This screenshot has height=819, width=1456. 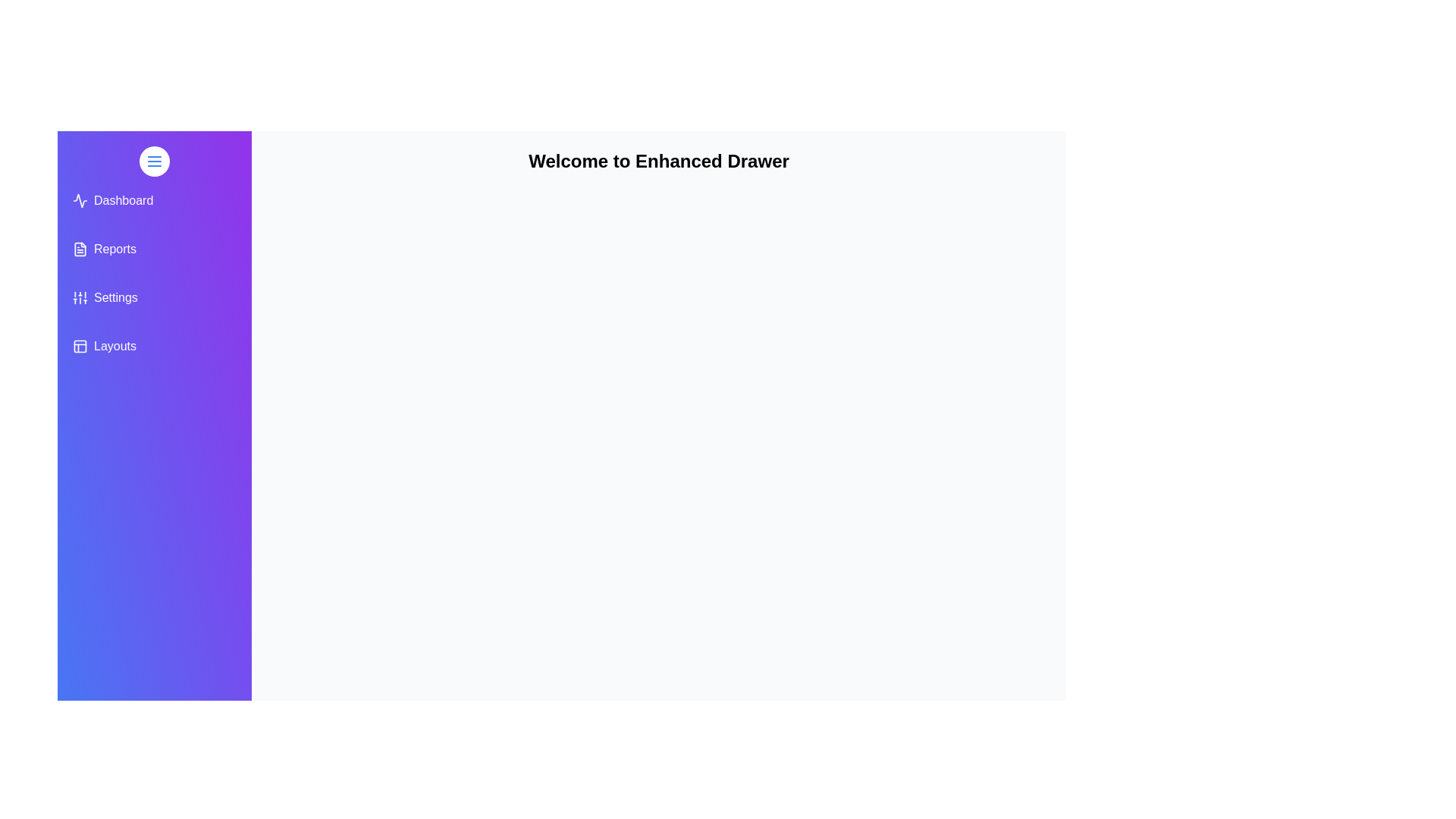 I want to click on toggle button to toggle the drawer open or closed, so click(x=154, y=161).